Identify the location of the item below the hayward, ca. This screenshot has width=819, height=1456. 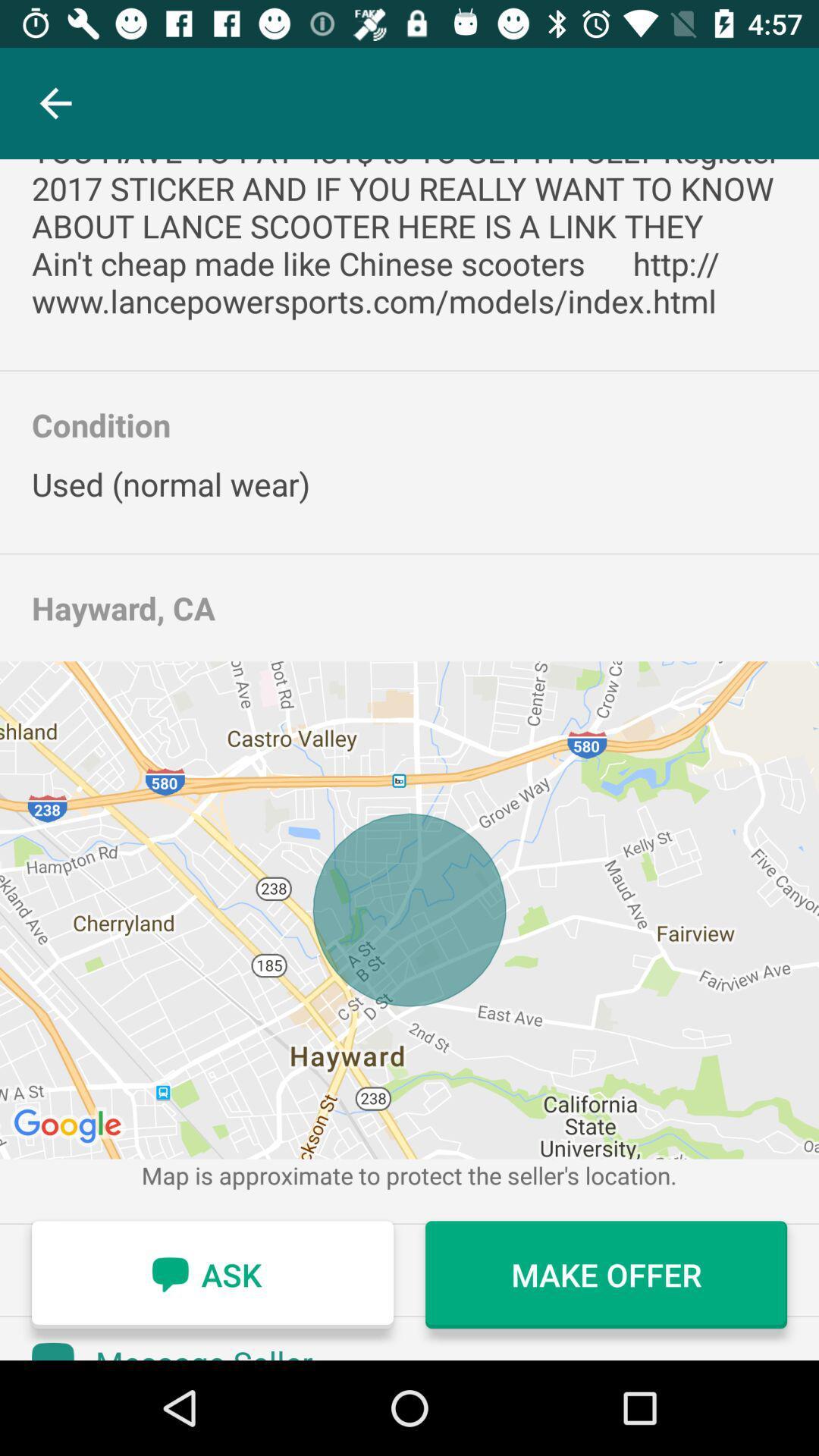
(409, 910).